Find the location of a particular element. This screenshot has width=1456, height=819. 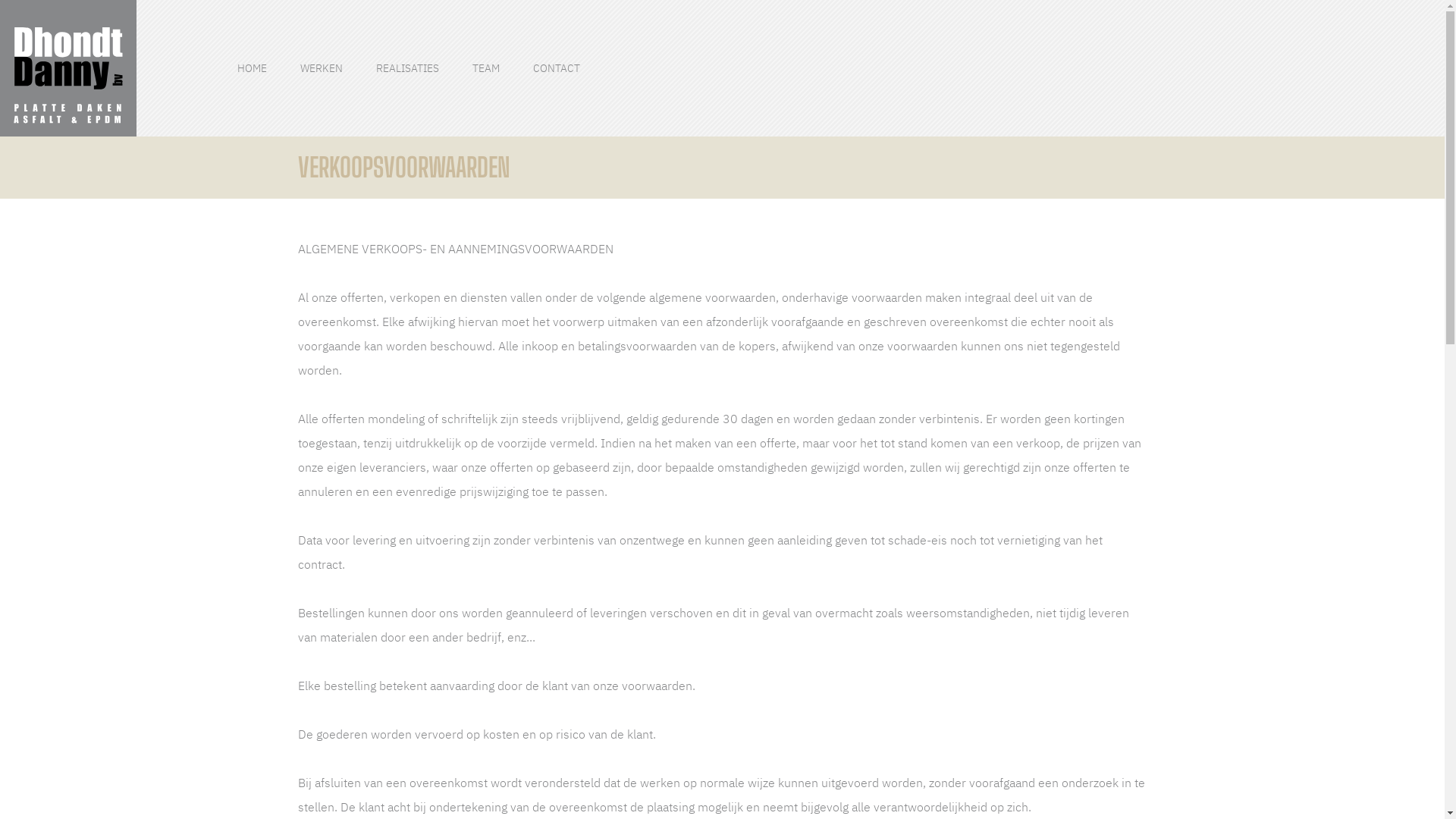

'TEAM' is located at coordinates (486, 68).